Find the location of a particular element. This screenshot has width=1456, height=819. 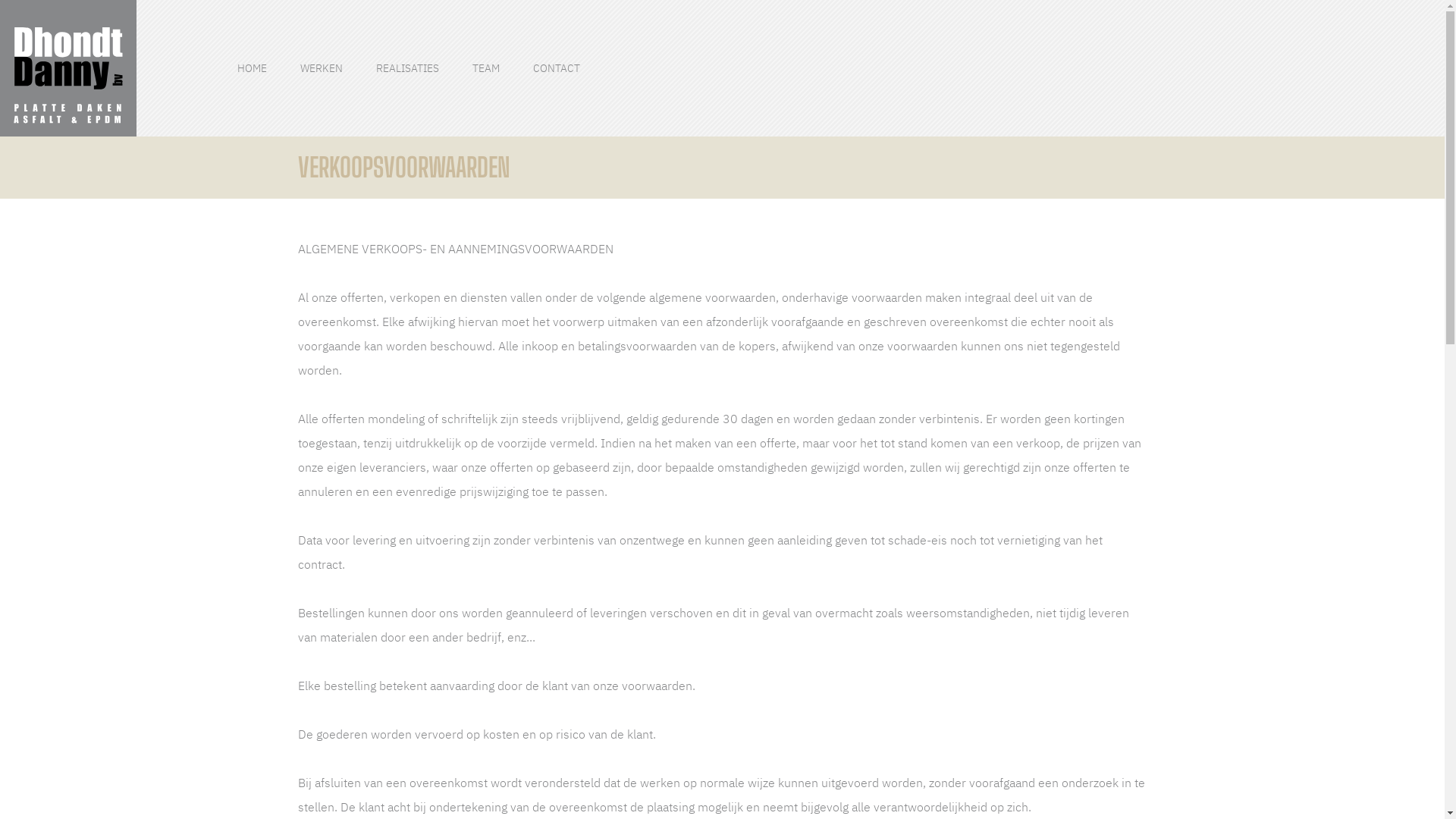

'TEAM' is located at coordinates (486, 68).